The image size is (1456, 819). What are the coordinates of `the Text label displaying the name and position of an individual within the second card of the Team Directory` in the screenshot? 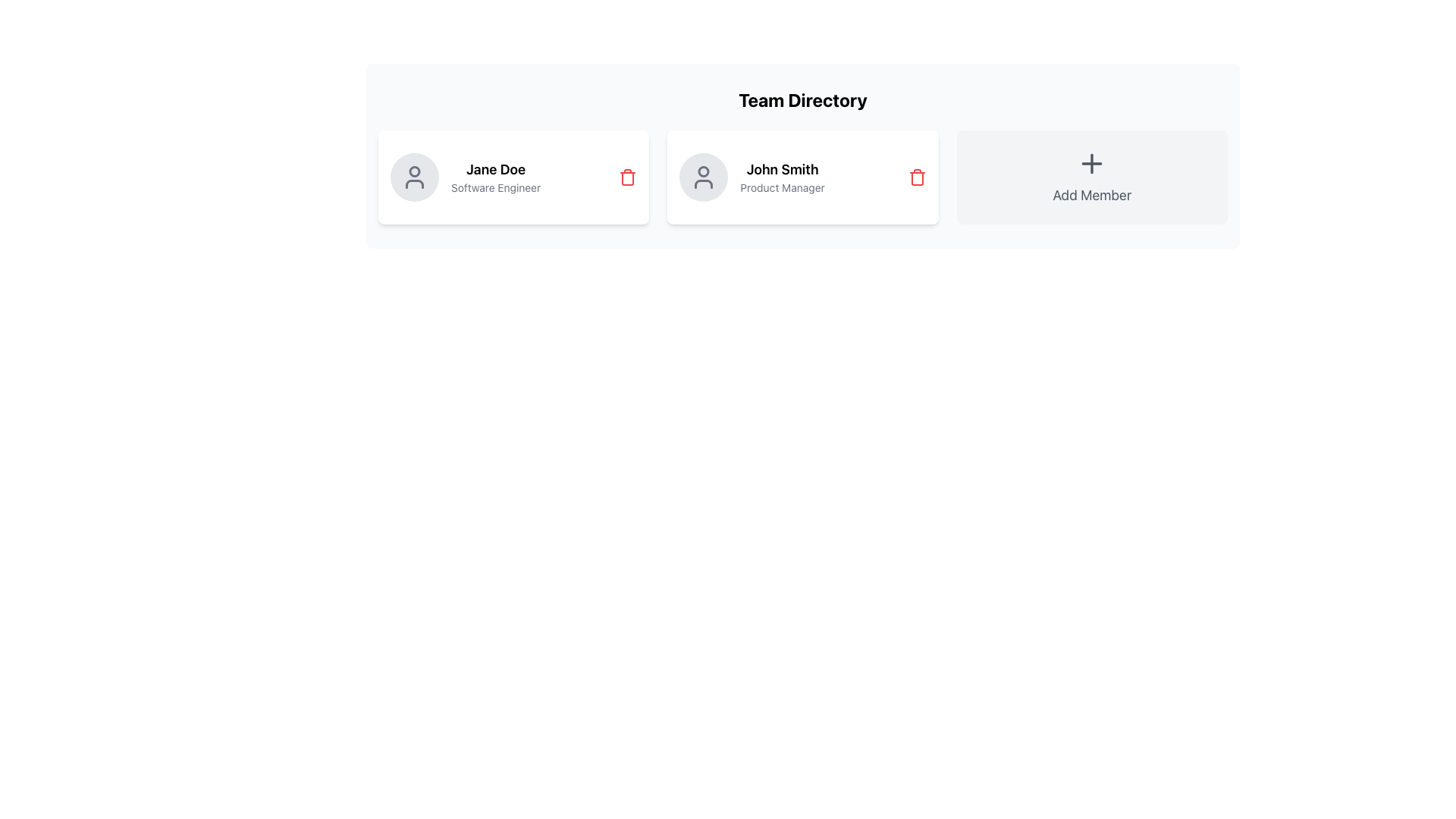 It's located at (783, 177).